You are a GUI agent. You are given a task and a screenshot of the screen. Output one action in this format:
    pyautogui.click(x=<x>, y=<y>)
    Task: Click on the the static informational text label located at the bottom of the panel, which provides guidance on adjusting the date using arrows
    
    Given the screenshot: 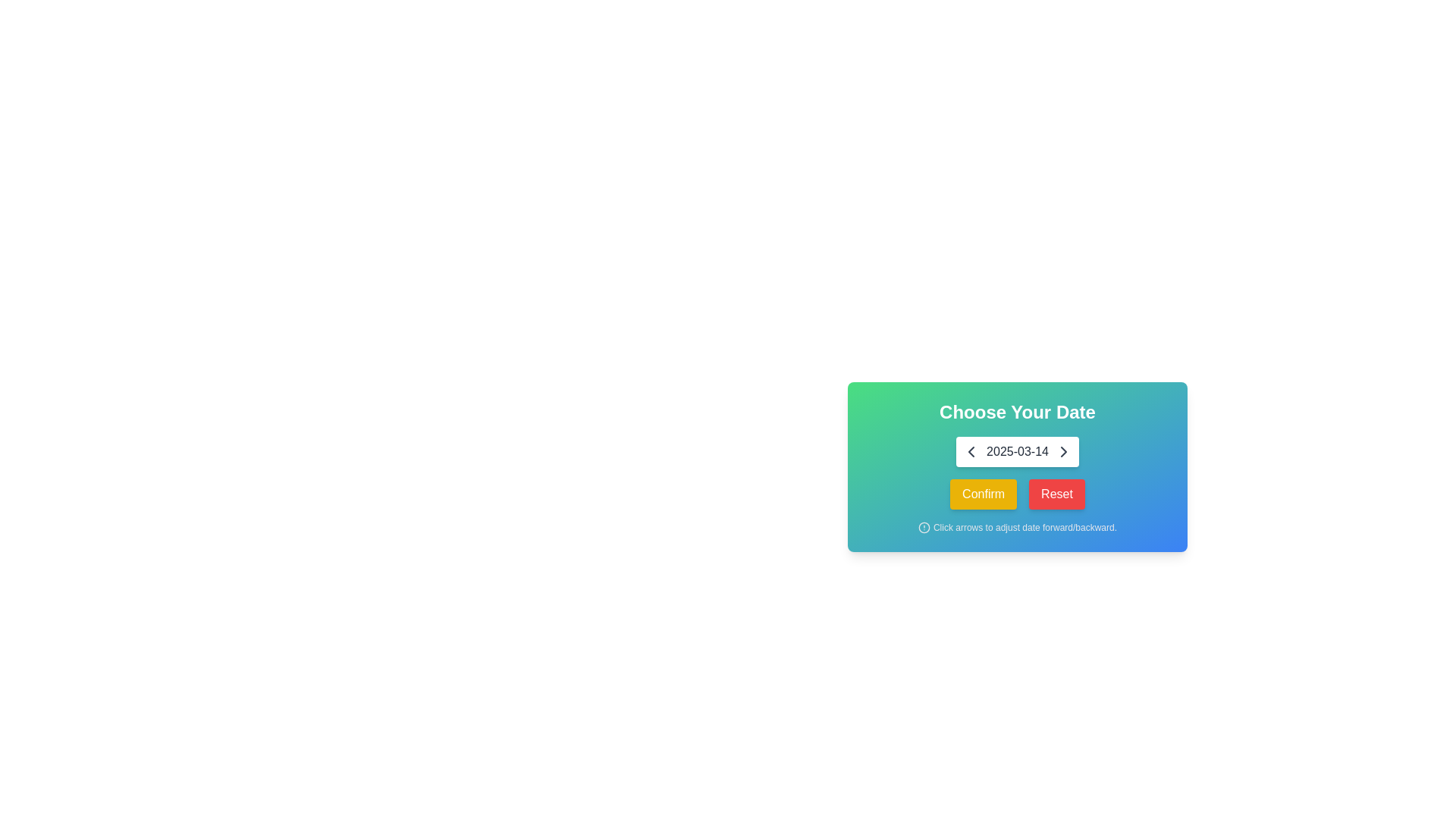 What is the action you would take?
    pyautogui.click(x=1018, y=526)
    